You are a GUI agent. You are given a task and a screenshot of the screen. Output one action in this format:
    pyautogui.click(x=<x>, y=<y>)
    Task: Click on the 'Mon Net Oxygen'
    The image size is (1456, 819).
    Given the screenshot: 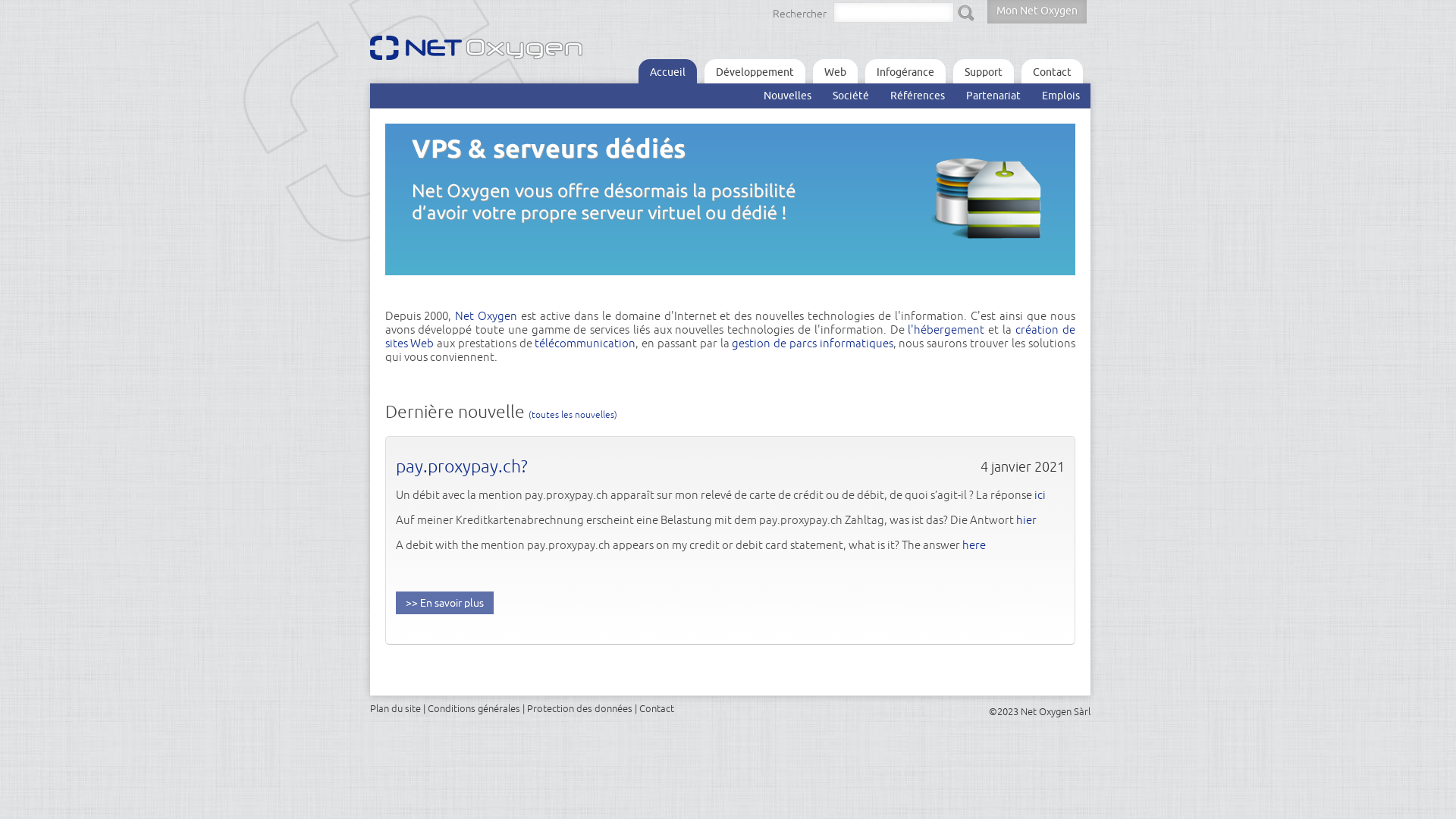 What is the action you would take?
    pyautogui.click(x=1036, y=11)
    